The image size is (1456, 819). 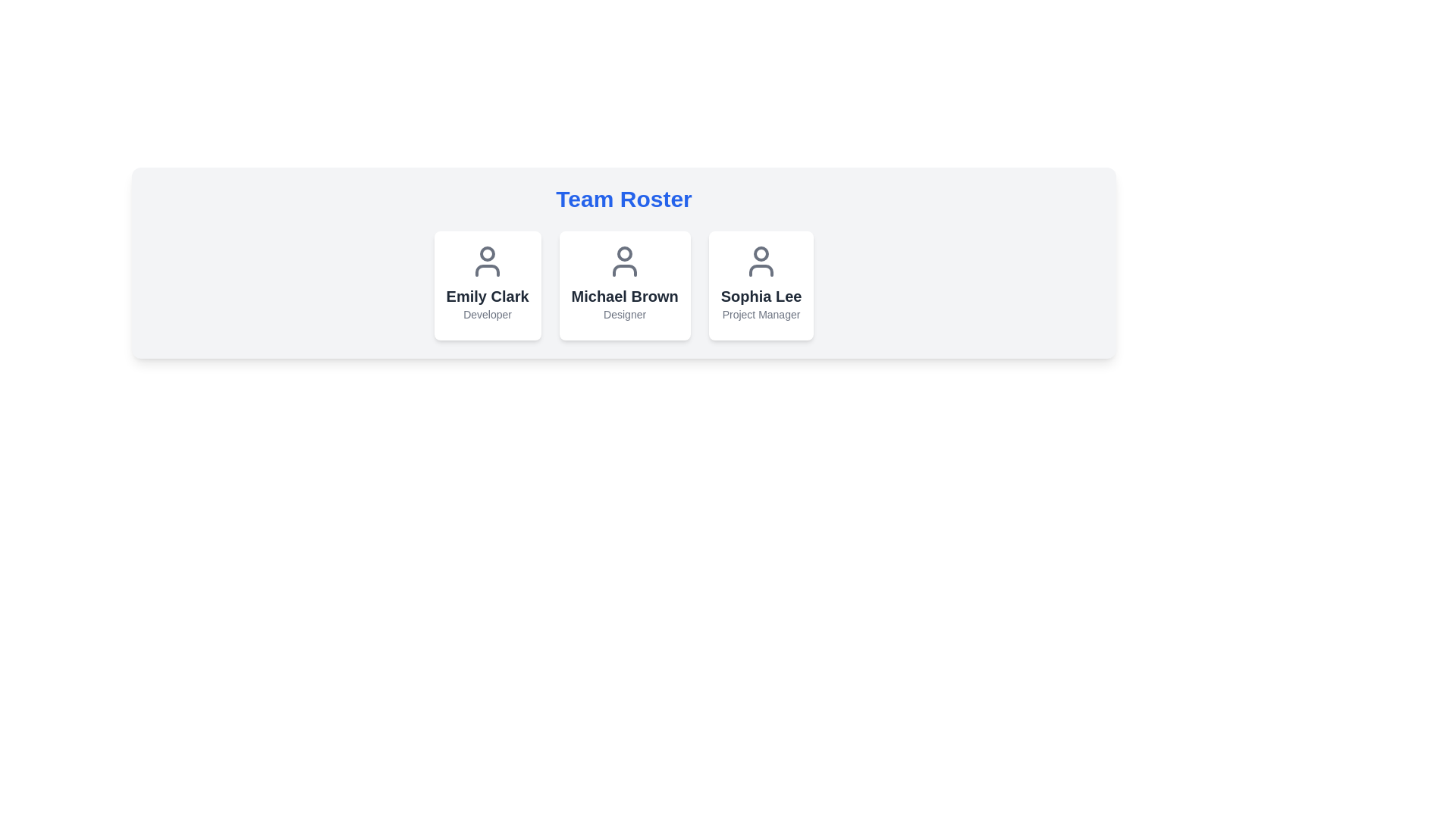 I want to click on the lower half of the user icon representing the profile of 'Emily Clark' in the team roster layout, so click(x=488, y=270).